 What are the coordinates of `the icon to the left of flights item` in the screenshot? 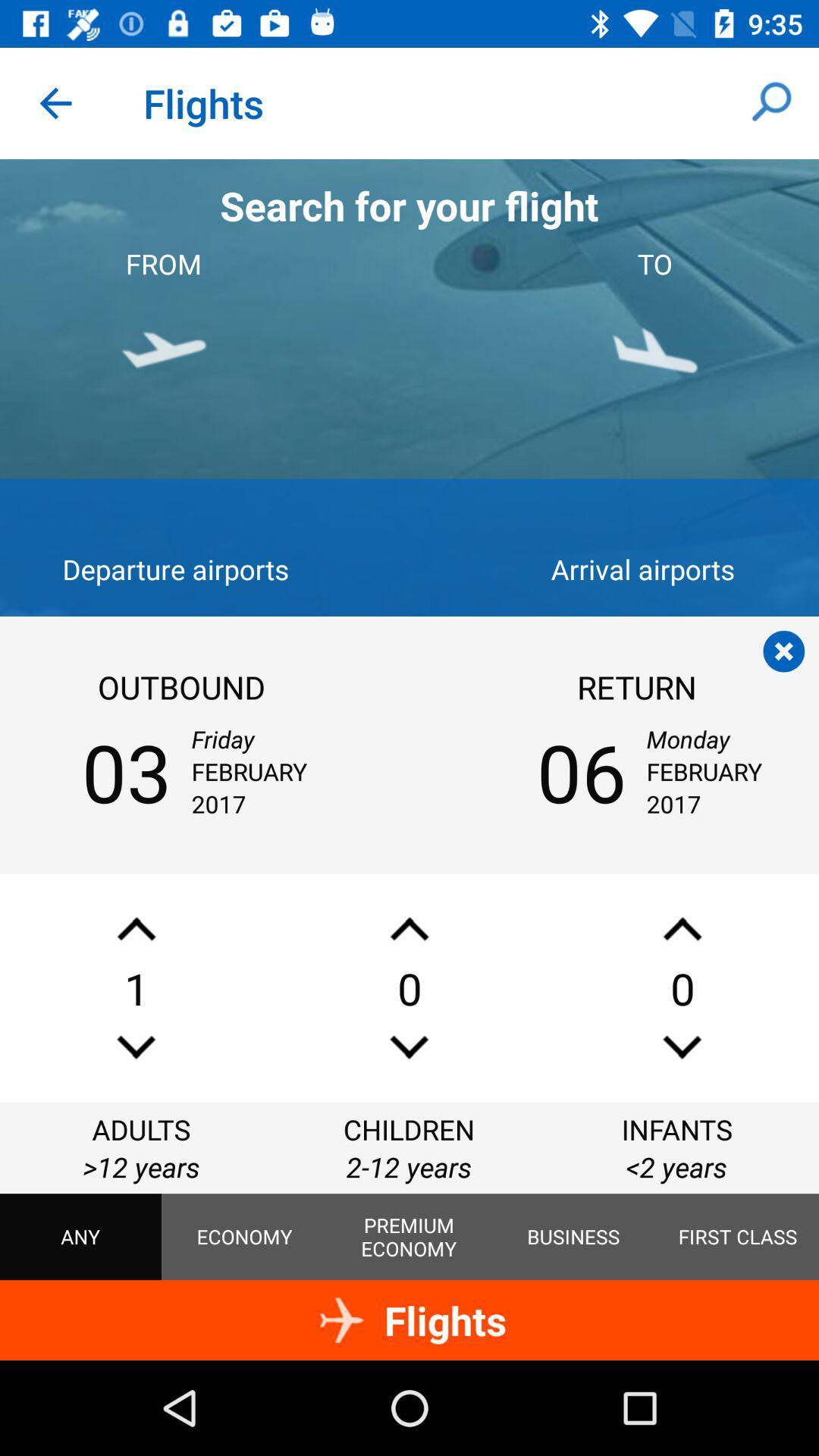 It's located at (55, 102).